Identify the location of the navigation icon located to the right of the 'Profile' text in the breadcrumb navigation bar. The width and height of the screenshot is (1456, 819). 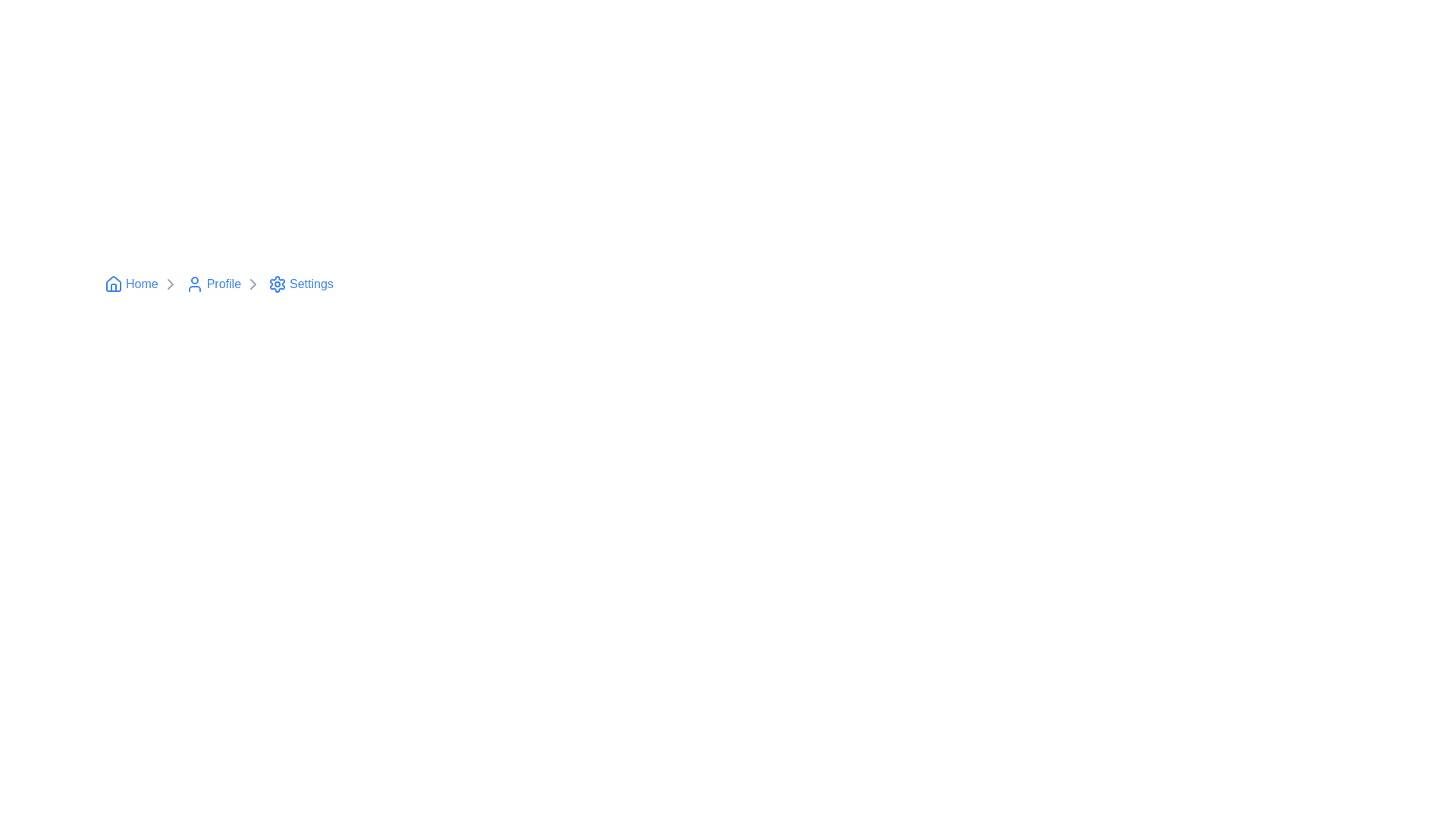
(253, 284).